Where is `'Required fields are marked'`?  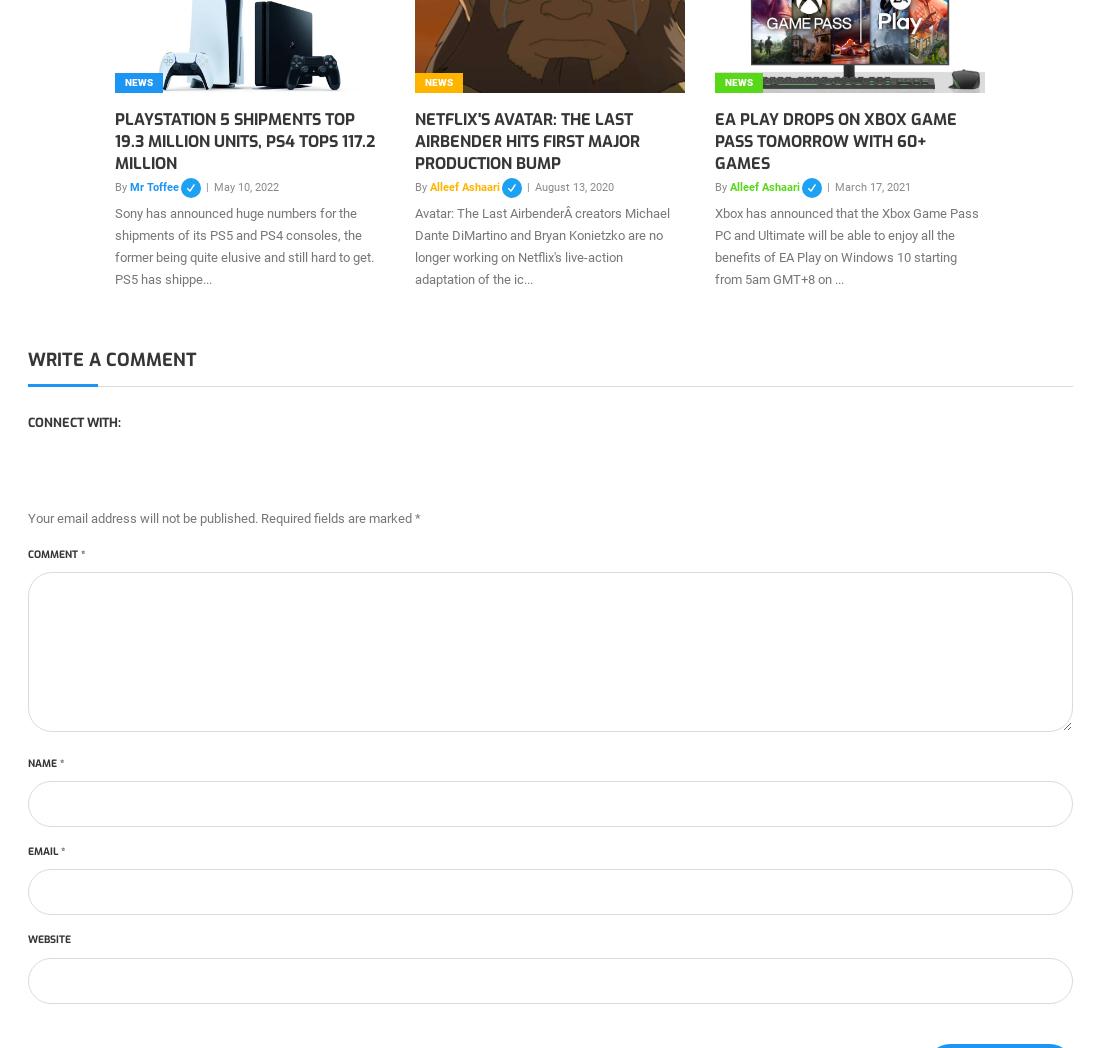 'Required fields are marked' is located at coordinates (336, 517).